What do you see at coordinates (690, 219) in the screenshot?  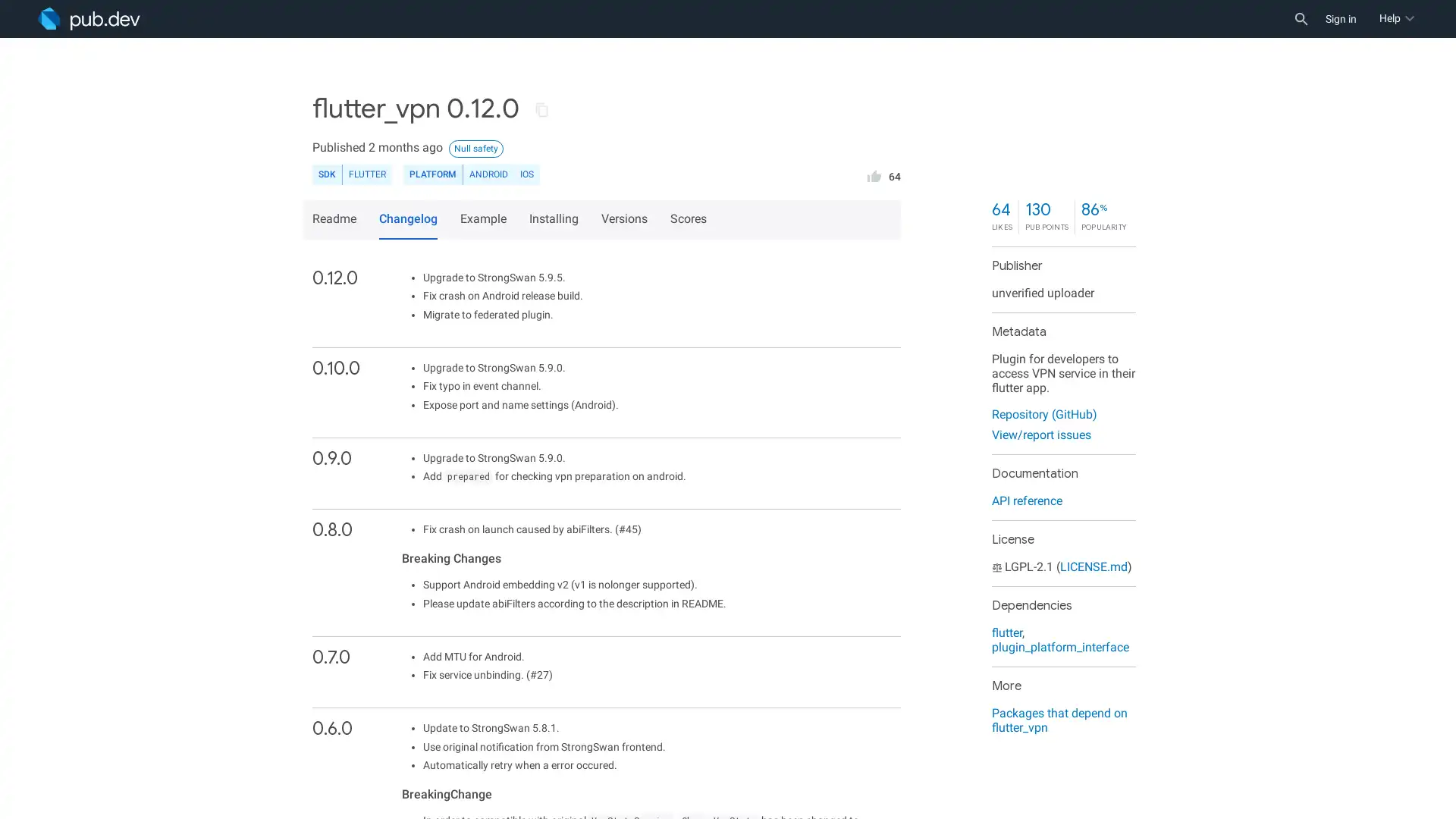 I see `Scores` at bounding box center [690, 219].